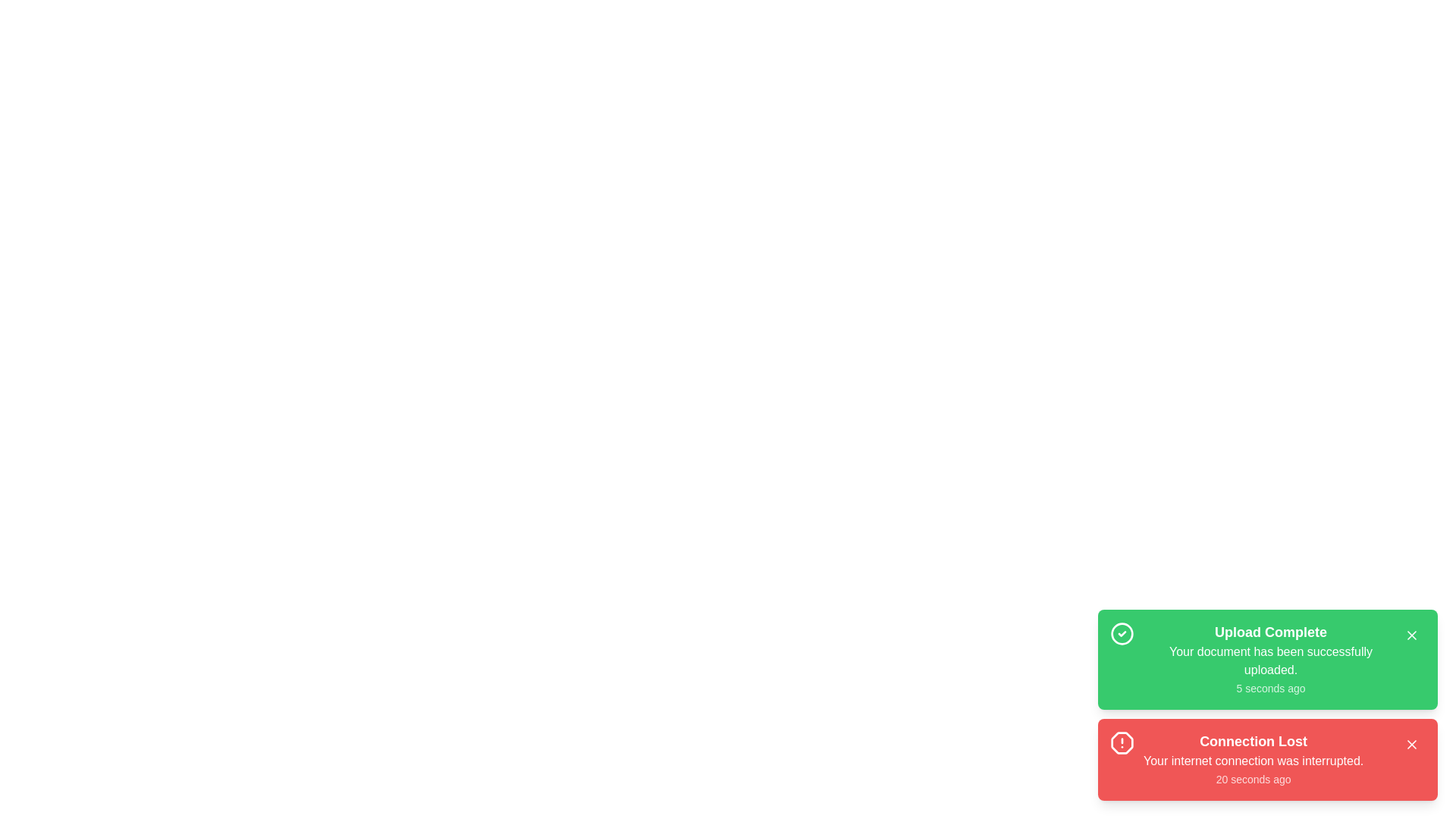 This screenshot has width=1456, height=819. I want to click on the snackbar text to select it, so click(1270, 659).